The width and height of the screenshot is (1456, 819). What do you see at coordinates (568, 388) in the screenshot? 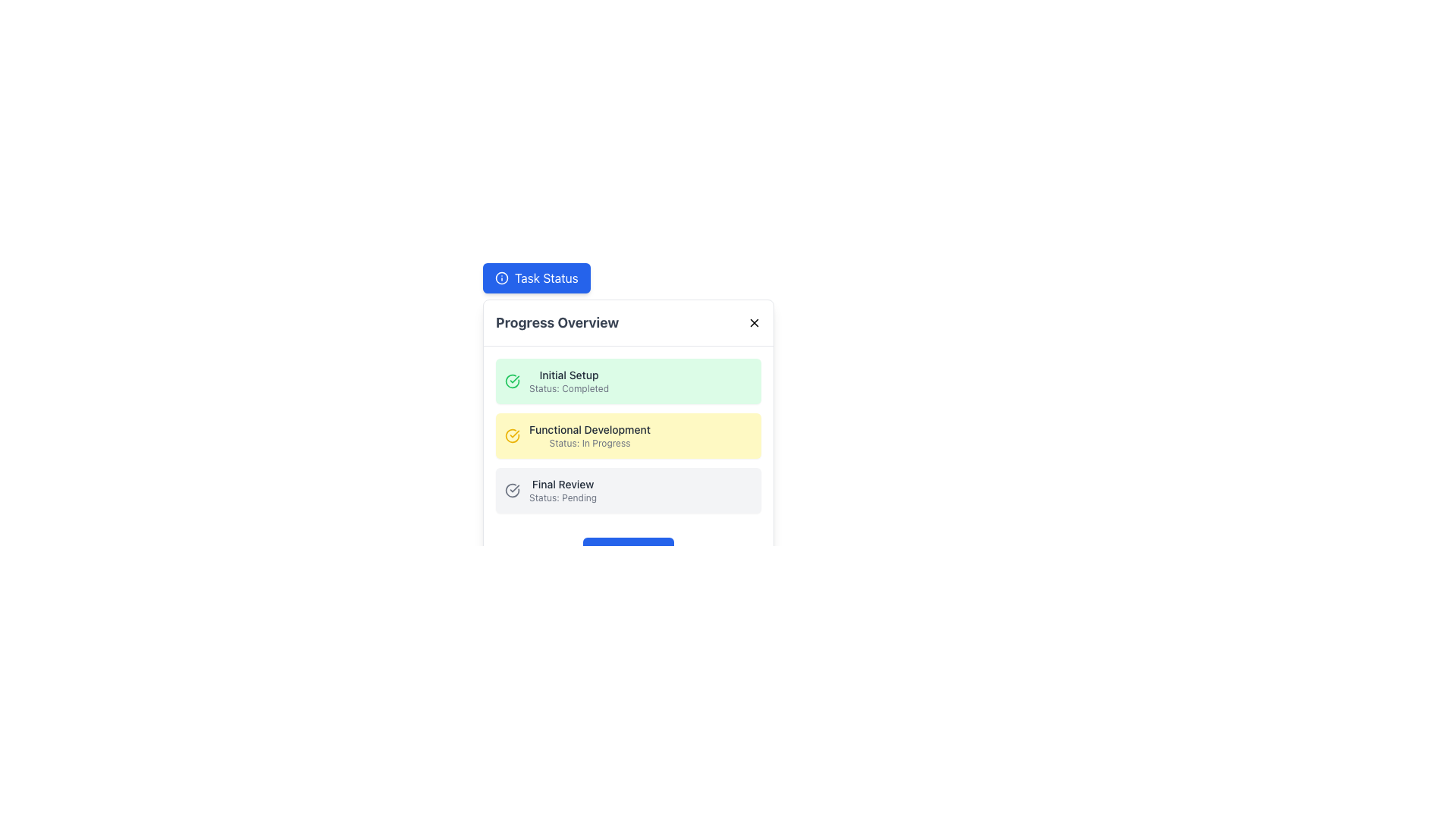
I see `informational text label that serves as a status indicator for the task completion, located directly below the 'Initial Setup' label within the green-tinted block` at bounding box center [568, 388].